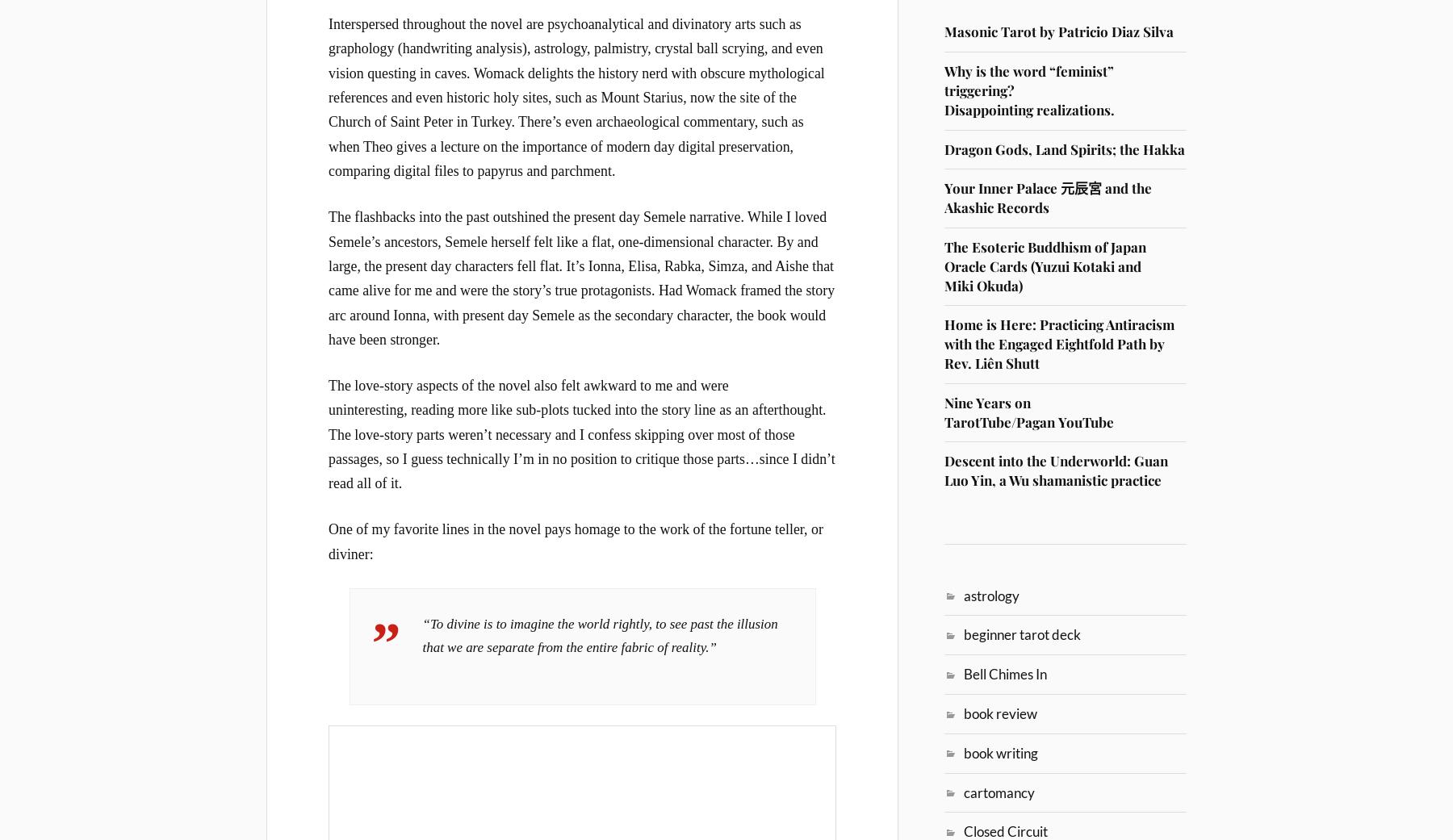  I want to click on 'book review', so click(1000, 712).